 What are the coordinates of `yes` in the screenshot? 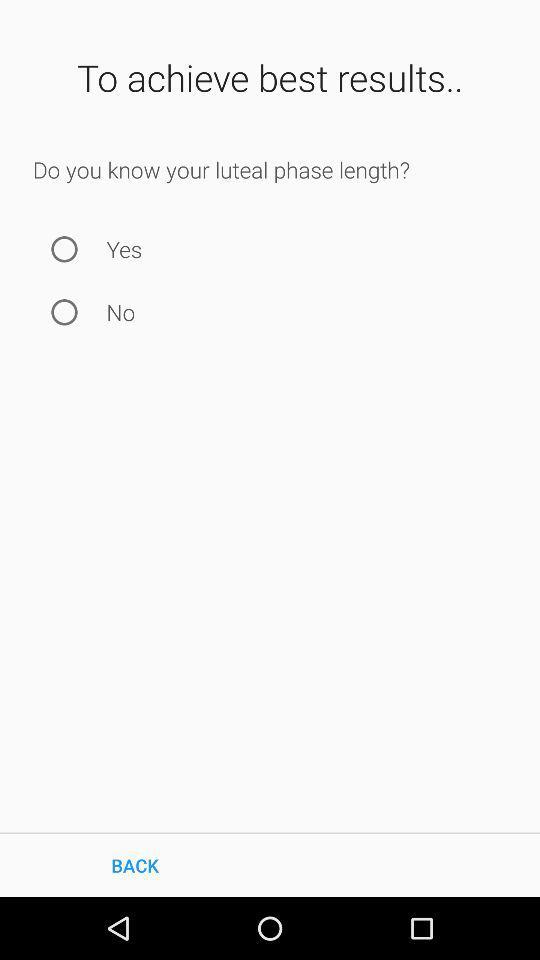 It's located at (64, 248).